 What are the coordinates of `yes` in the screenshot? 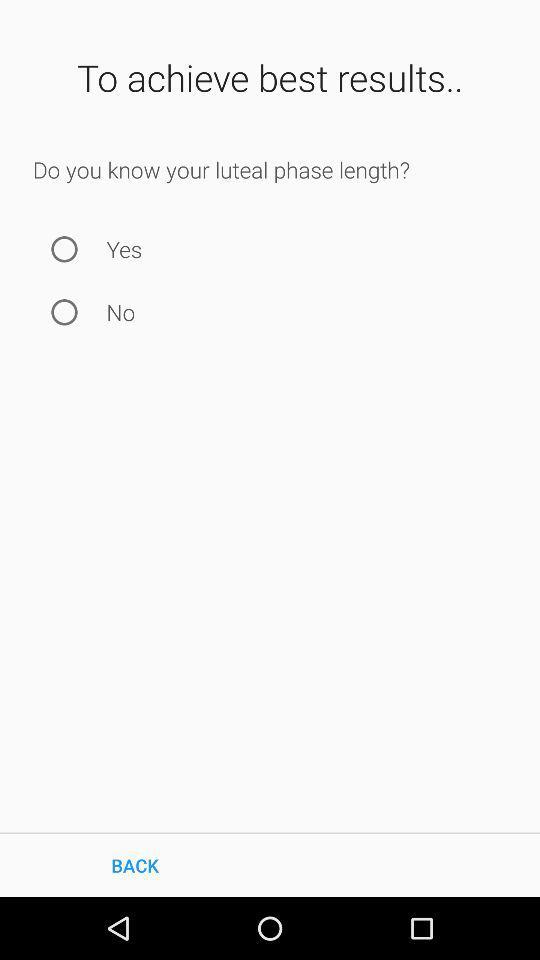 It's located at (64, 248).